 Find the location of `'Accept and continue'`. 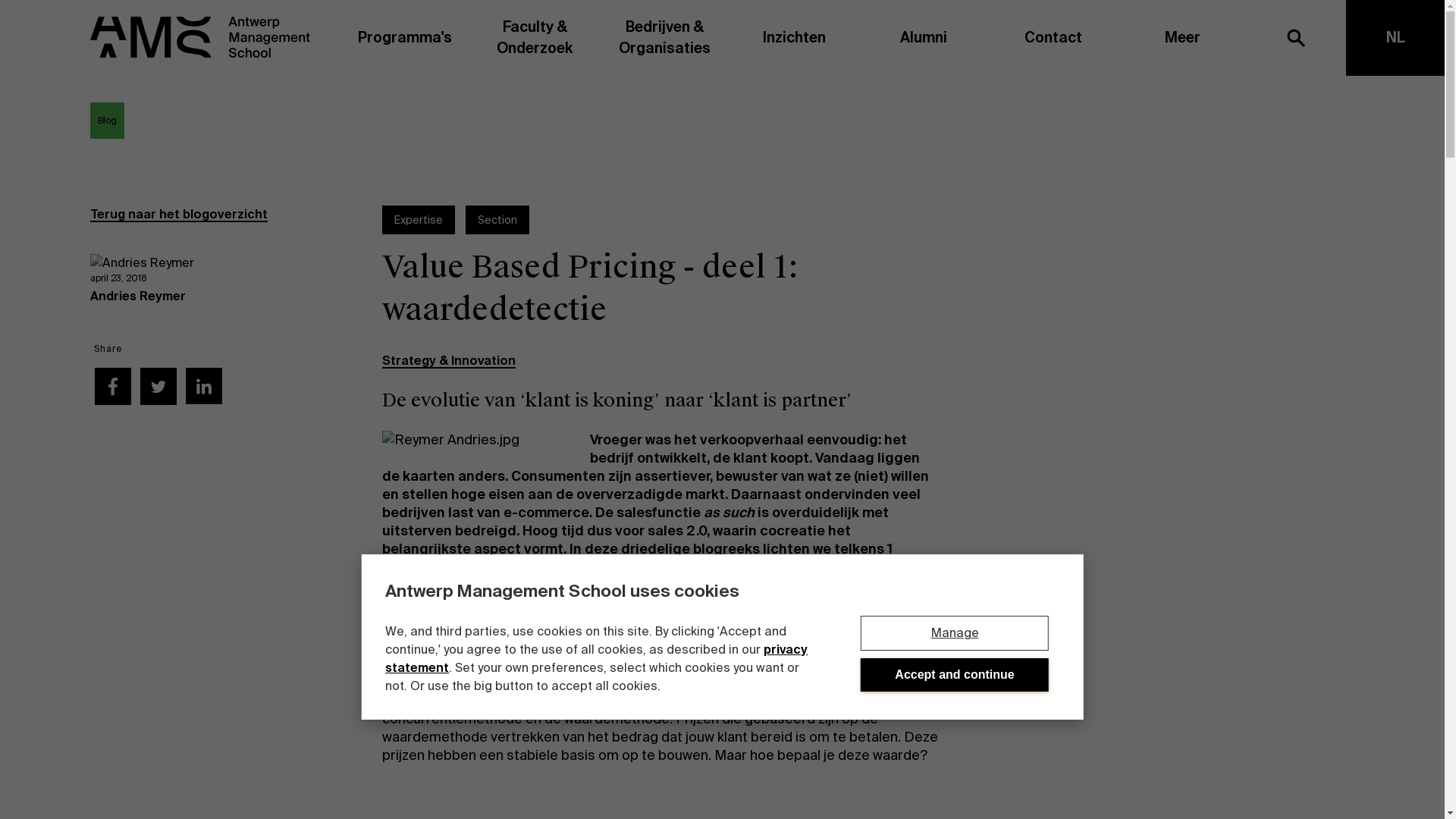

'Accept and continue' is located at coordinates (953, 674).